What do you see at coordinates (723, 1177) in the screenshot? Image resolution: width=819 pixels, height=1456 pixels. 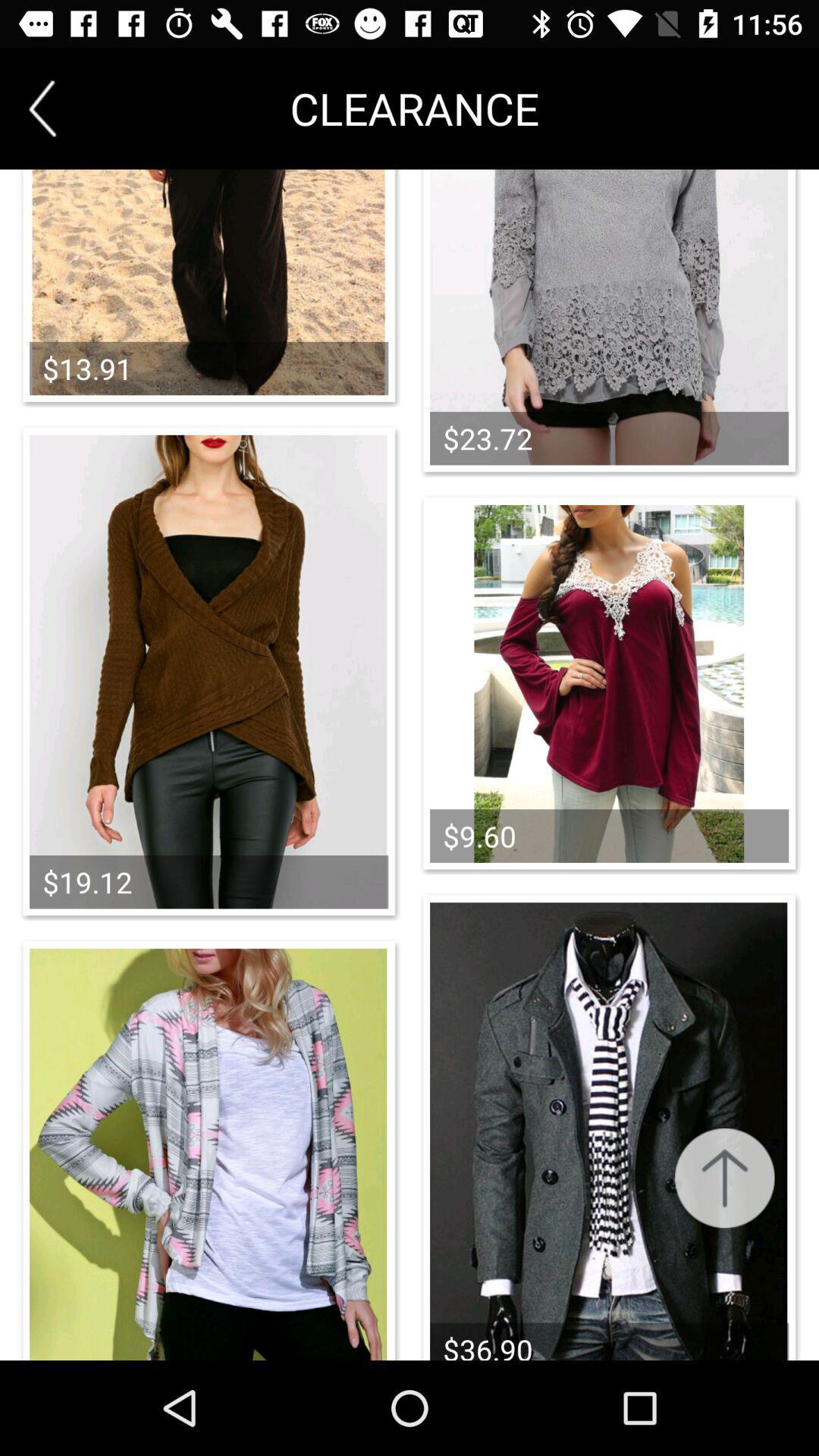 I see `scroll back up` at bounding box center [723, 1177].